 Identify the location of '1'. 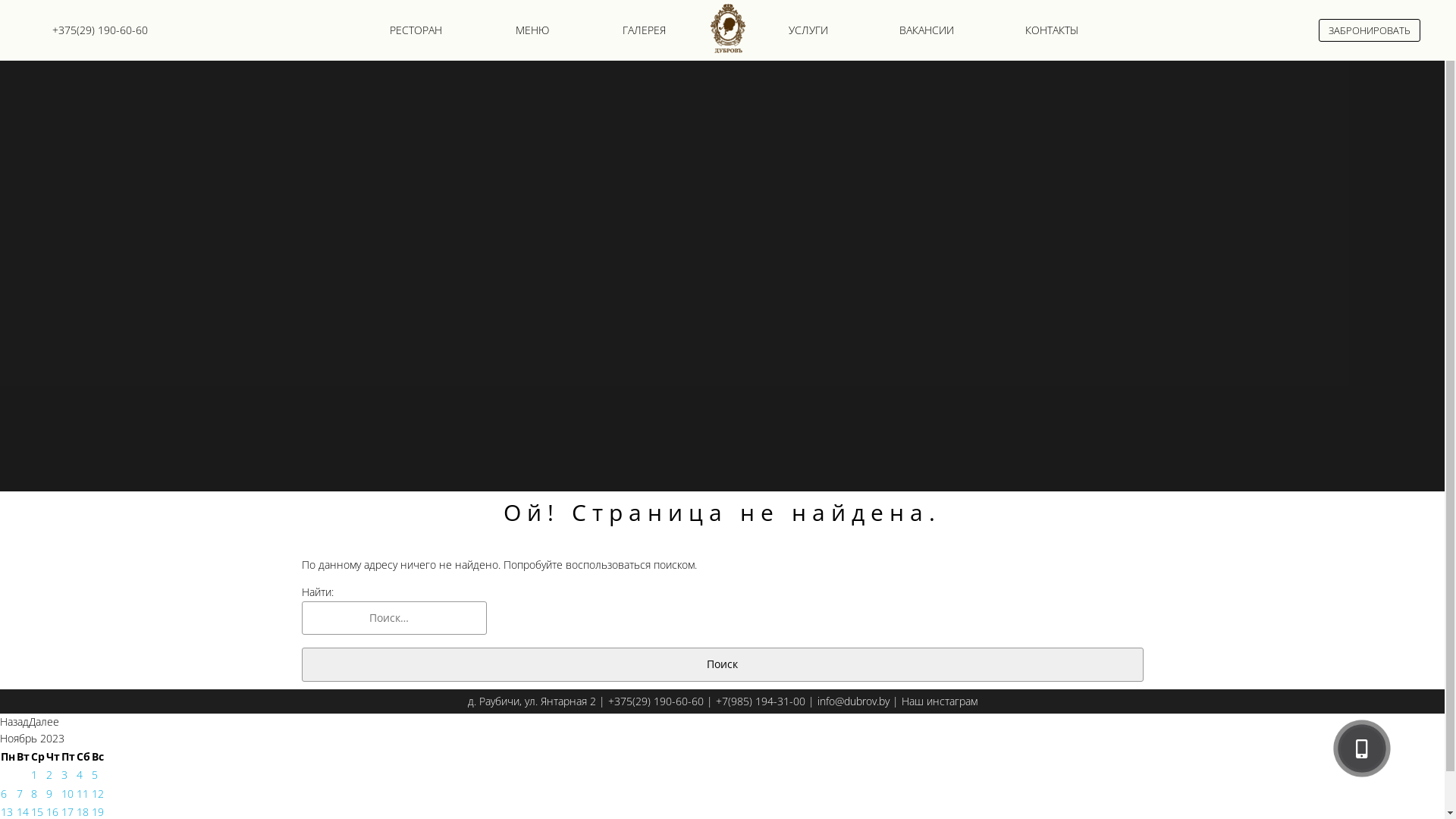
(33, 774).